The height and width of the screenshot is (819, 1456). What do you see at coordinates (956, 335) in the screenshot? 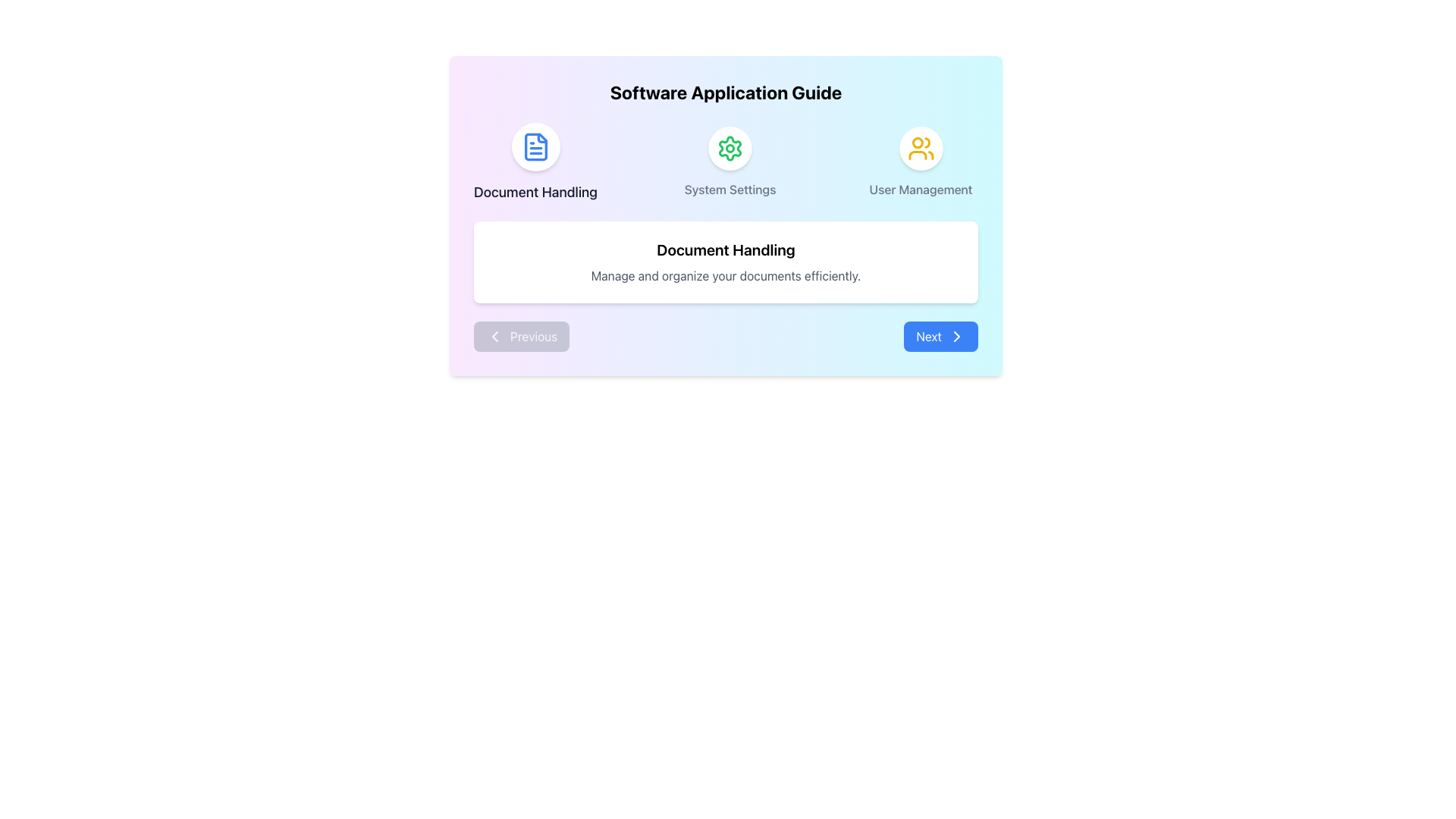
I see `the 'Next' button which contains a right-pointing arrow icon to proceed` at bounding box center [956, 335].